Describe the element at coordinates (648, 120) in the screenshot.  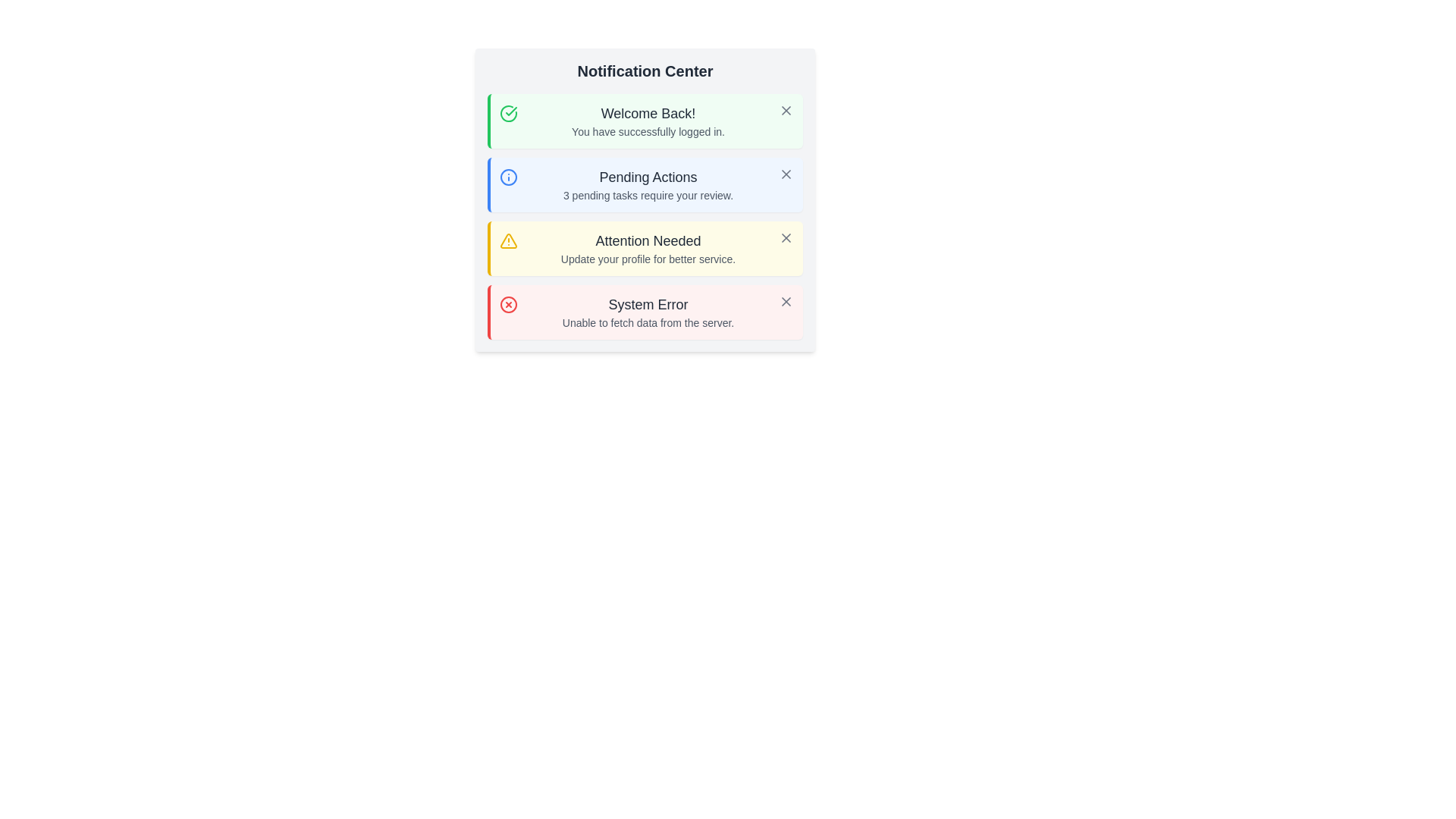
I see `text content of the text display that shows 'Welcome Back!' and 'You have successfully logged in.' located in the notification box below 'Notification Center'` at that location.